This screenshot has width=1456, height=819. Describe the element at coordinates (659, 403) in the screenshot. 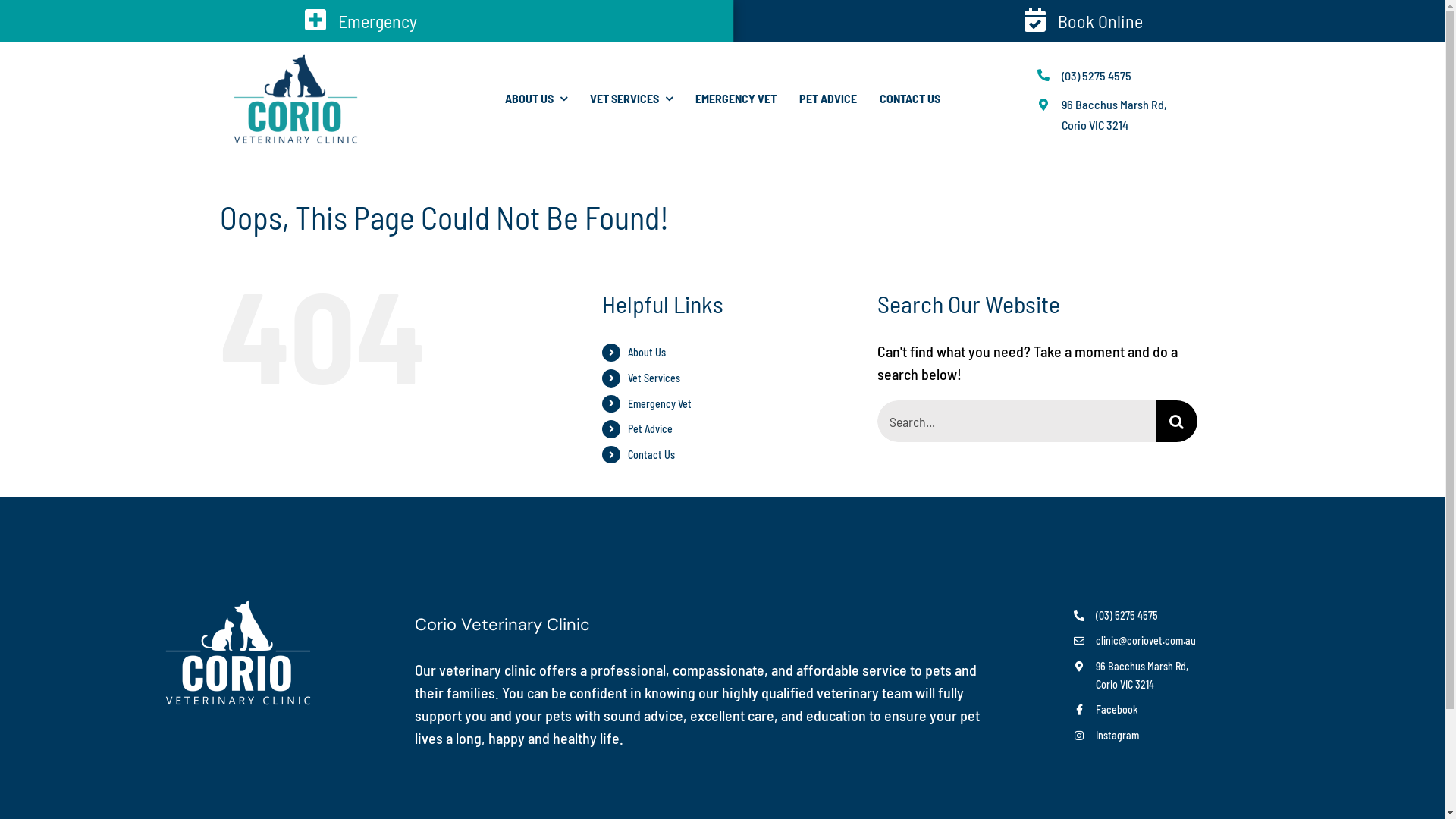

I see `'Emergency Vet'` at that location.